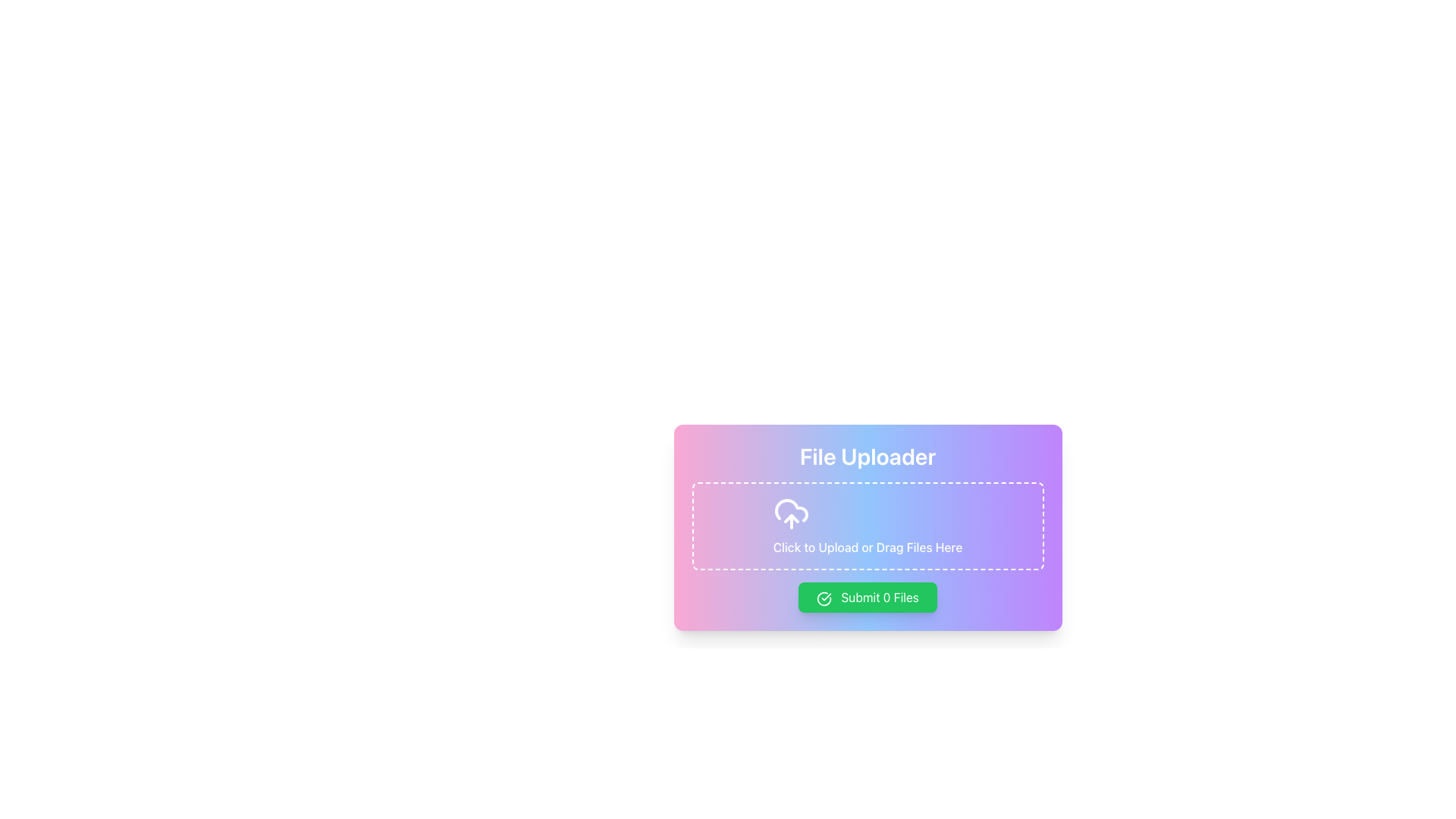  Describe the element at coordinates (868, 596) in the screenshot. I see `the green rectangular 'Submit 0 Files' button with rounded corners in the 'File Uploader' section` at that location.